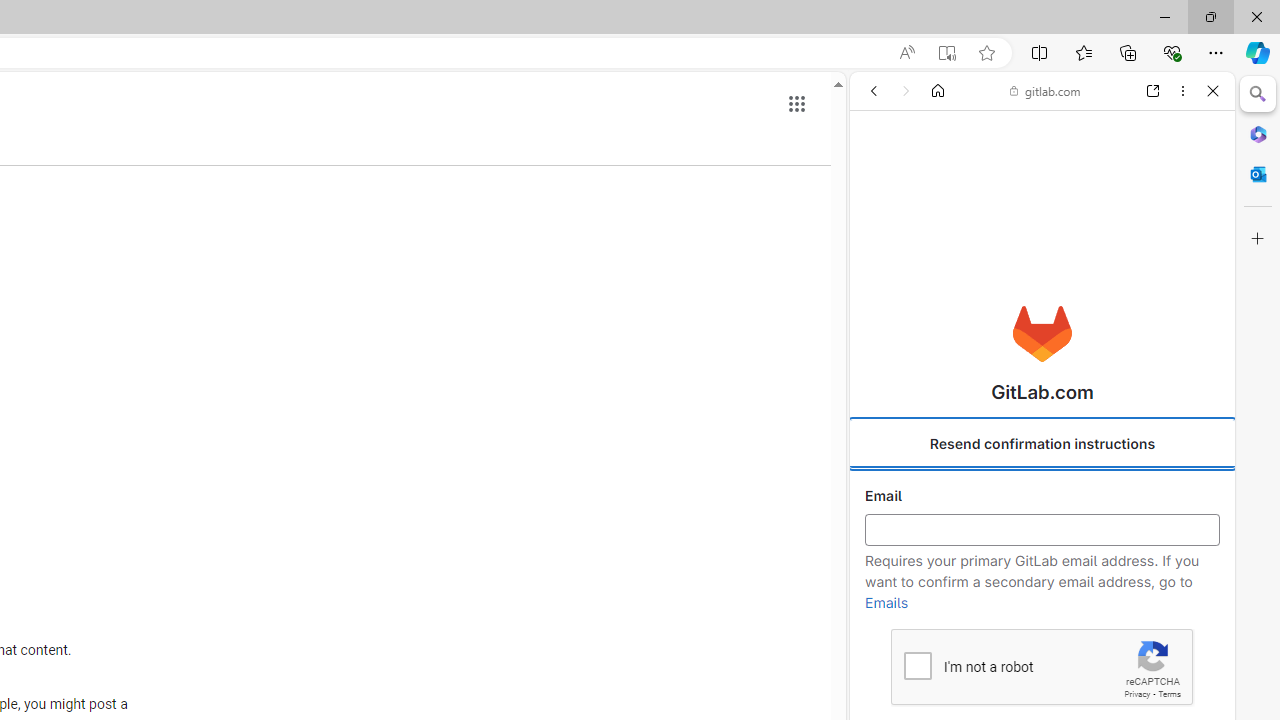  Describe the element at coordinates (1257, 94) in the screenshot. I see `'Close Search pane'` at that location.